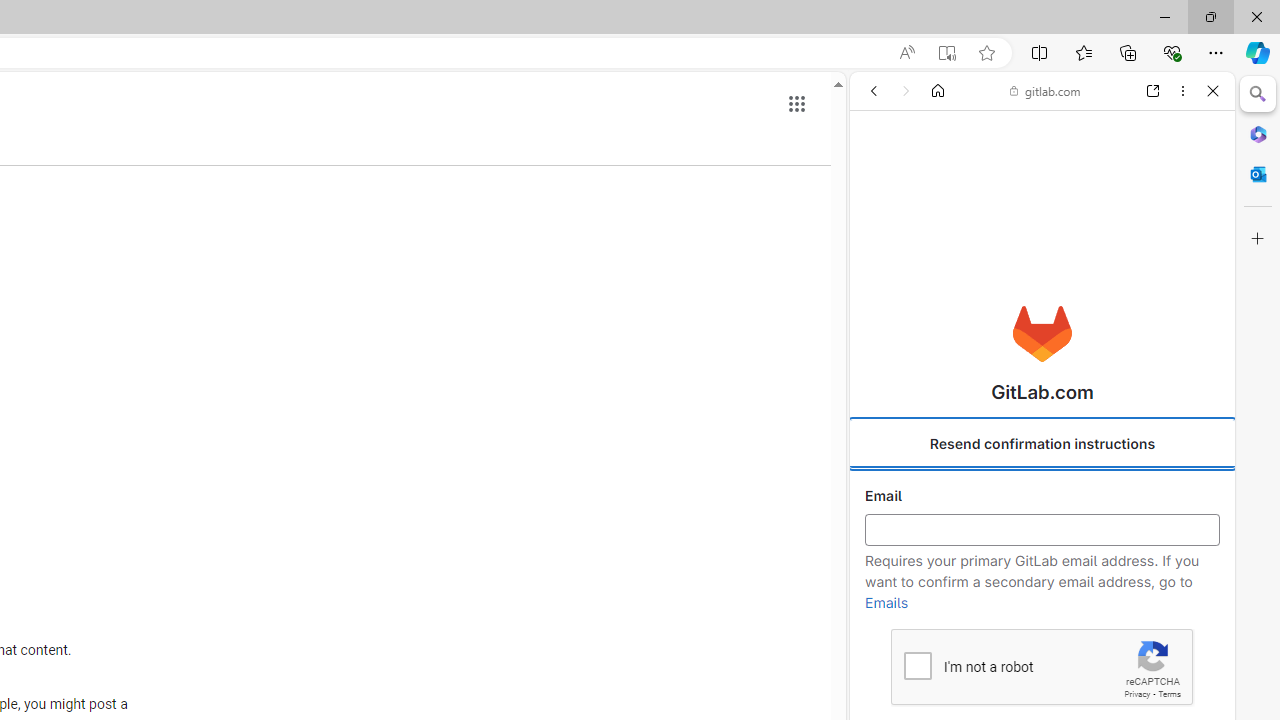  Describe the element at coordinates (1257, 94) in the screenshot. I see `'Close Search pane'` at that location.